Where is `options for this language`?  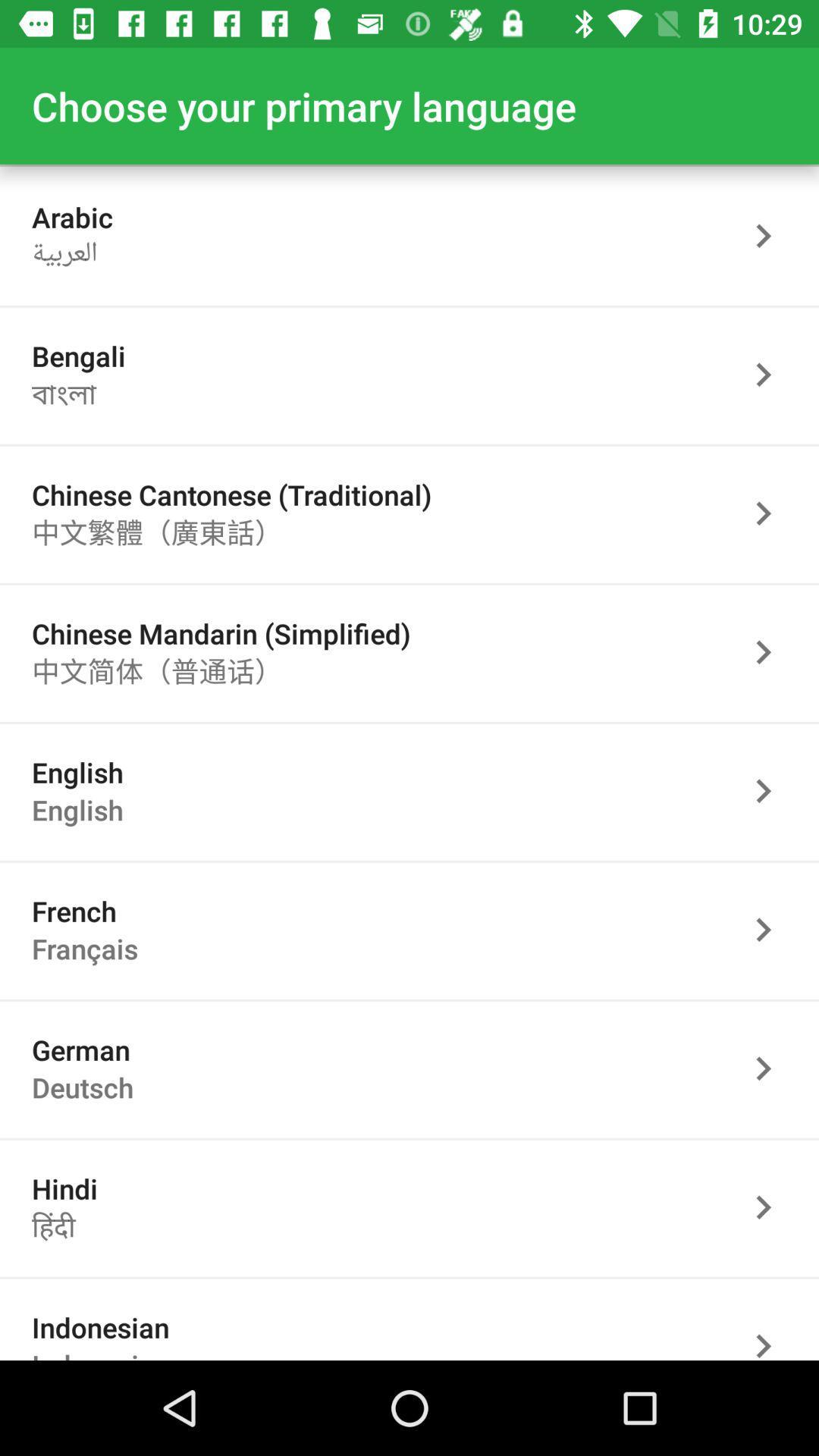 options for this language is located at coordinates (771, 1207).